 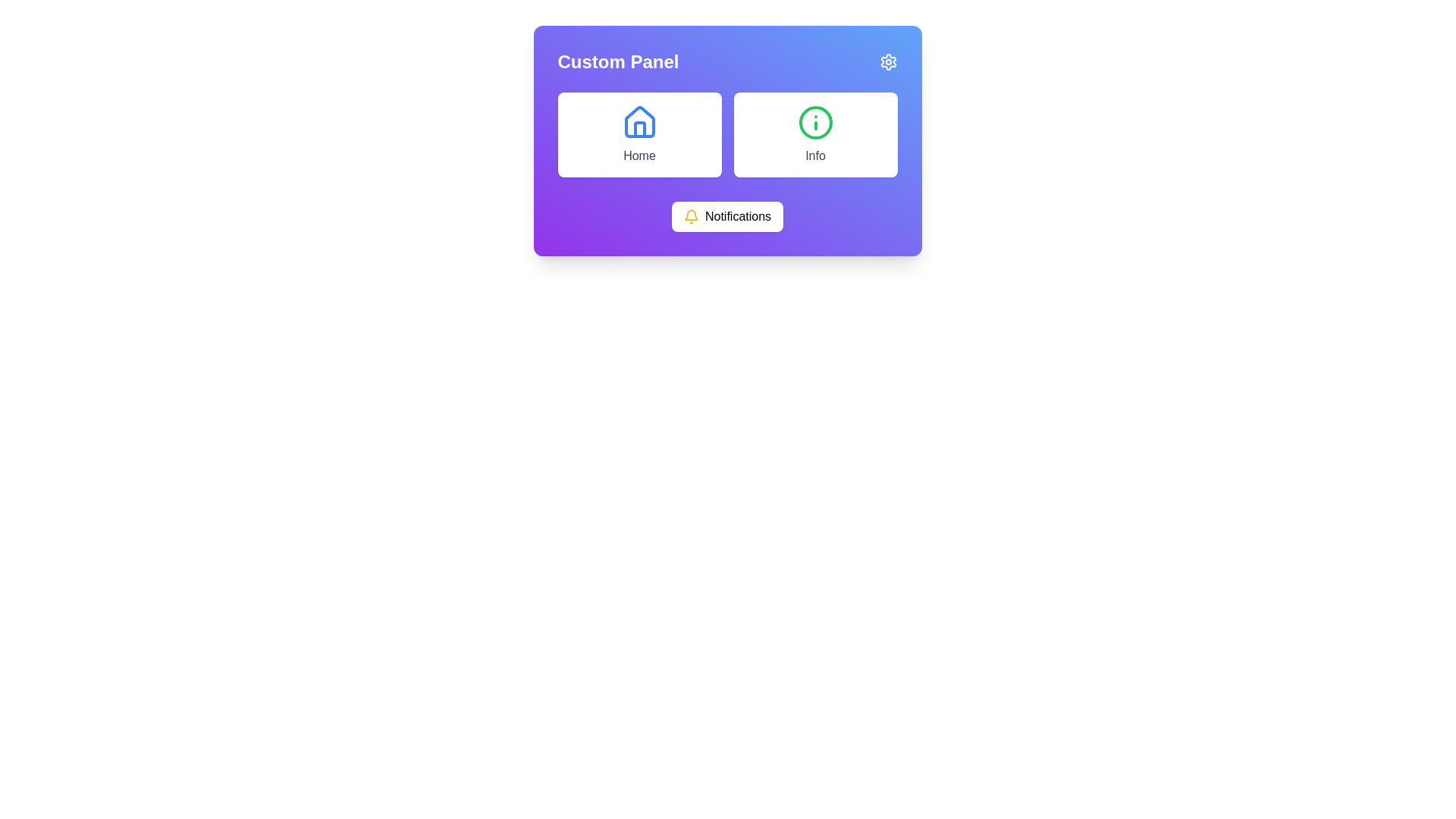 What do you see at coordinates (639, 128) in the screenshot?
I see `the blue vertical structure of the house icon located above the 'Home' label in the top-left section of the panel` at bounding box center [639, 128].